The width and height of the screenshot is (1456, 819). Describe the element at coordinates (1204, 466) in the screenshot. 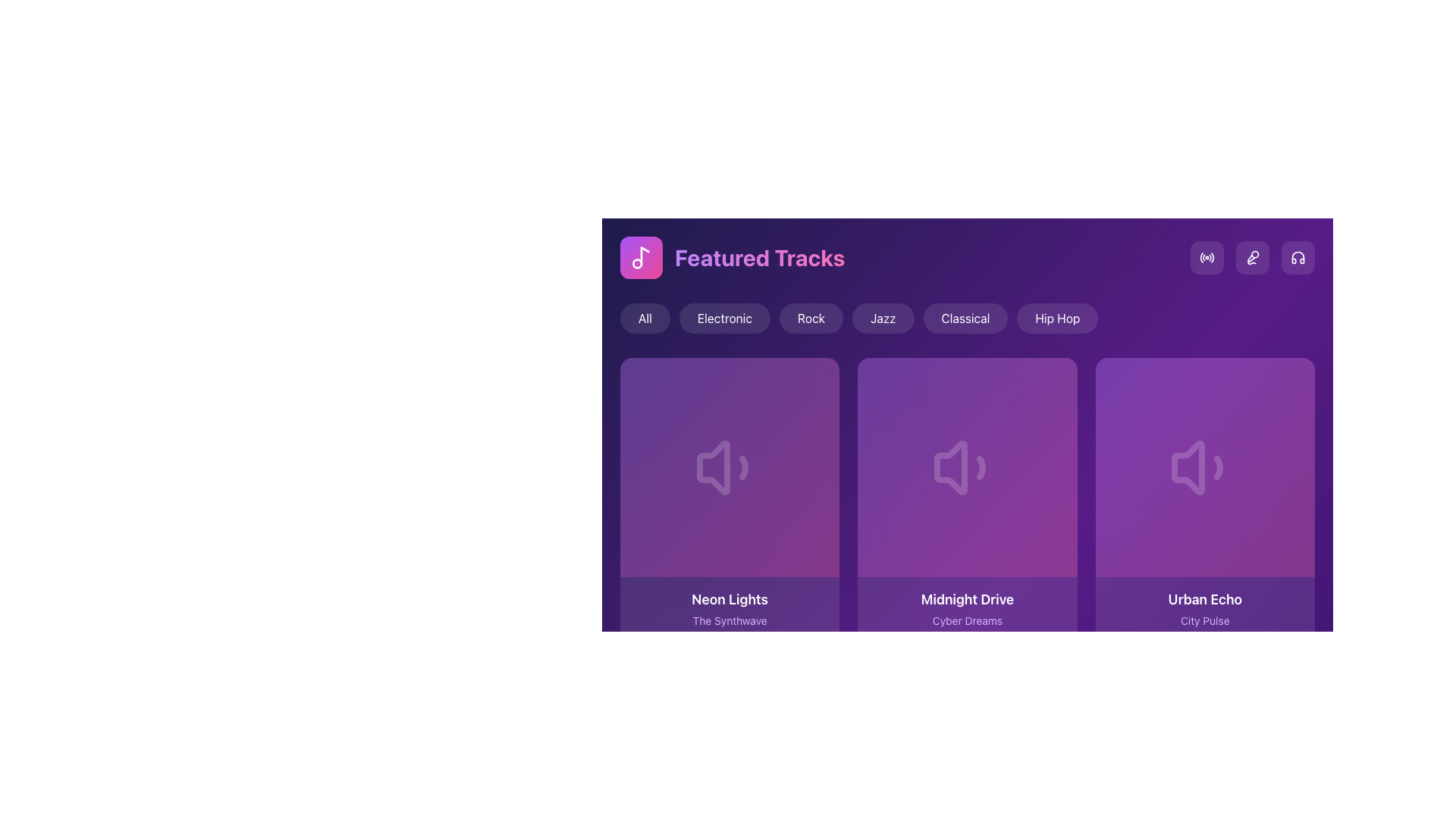

I see `the square-shaped purple gradient box featuring a speaker icon in its center, located in the third column of the current row in a music-related grid layout` at that location.